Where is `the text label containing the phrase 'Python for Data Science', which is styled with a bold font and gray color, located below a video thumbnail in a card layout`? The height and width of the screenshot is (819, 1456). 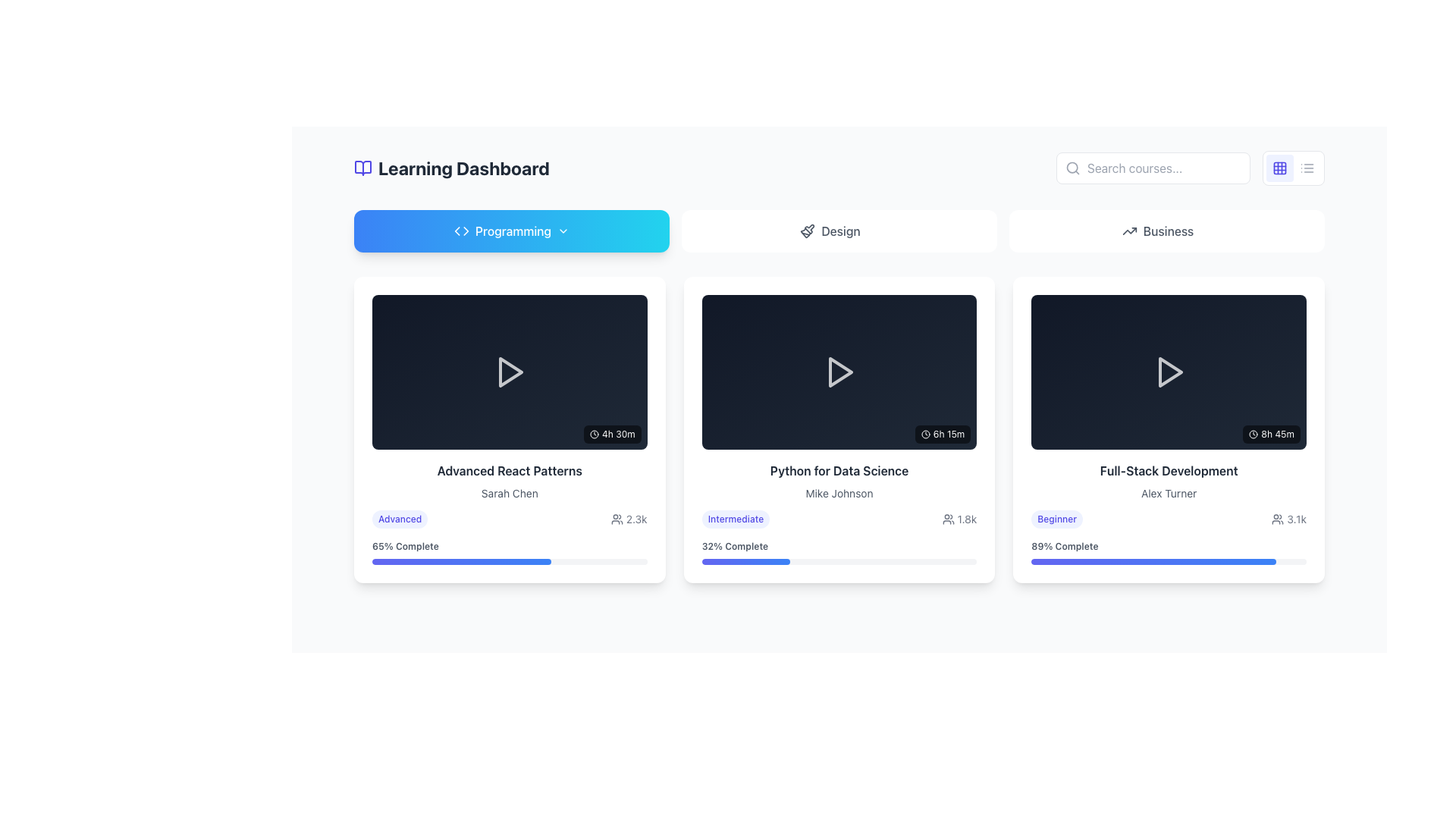 the text label containing the phrase 'Python for Data Science', which is styled with a bold font and gray color, located below a video thumbnail in a card layout is located at coordinates (839, 470).